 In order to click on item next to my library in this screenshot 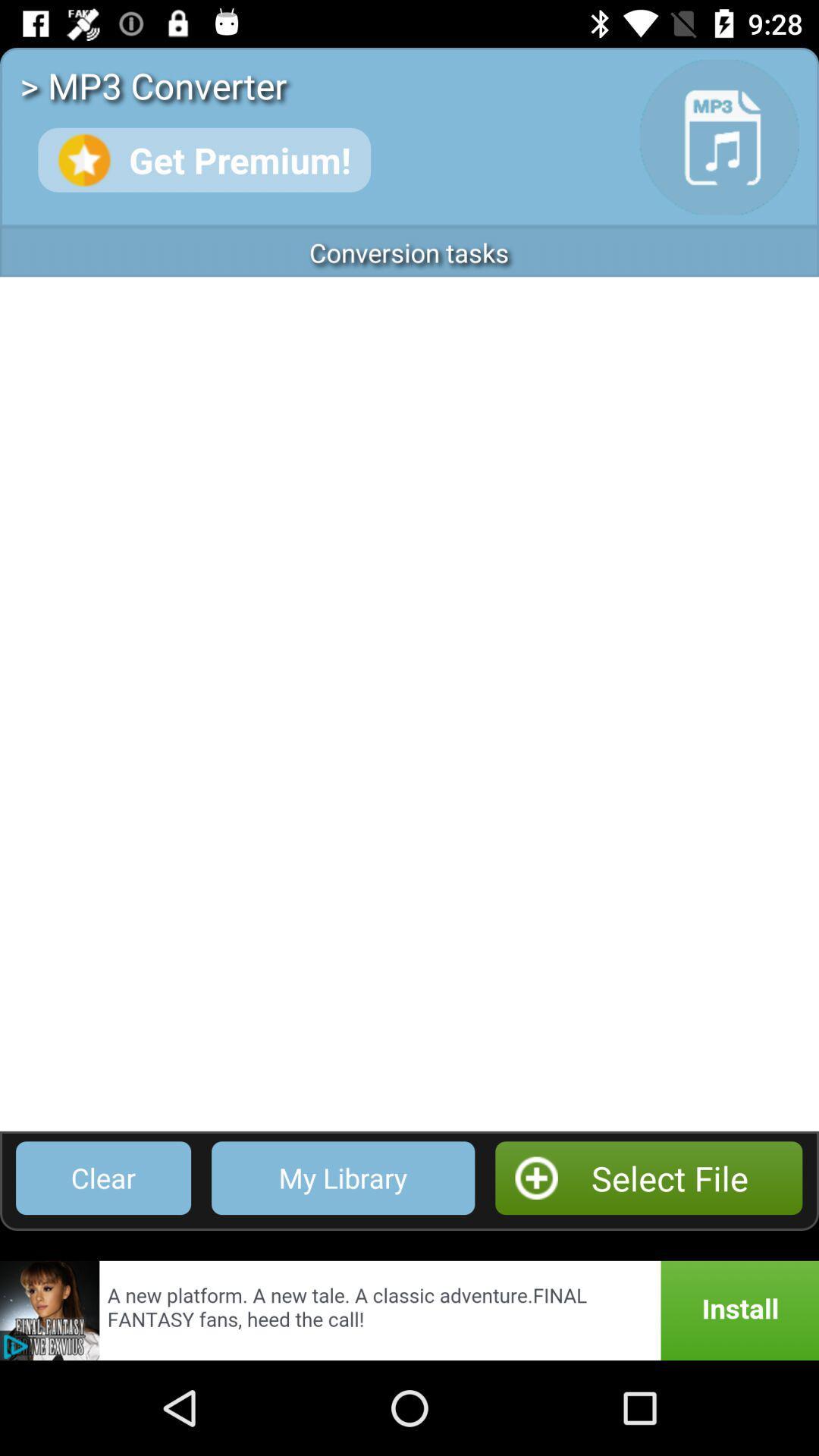, I will do `click(102, 1177)`.